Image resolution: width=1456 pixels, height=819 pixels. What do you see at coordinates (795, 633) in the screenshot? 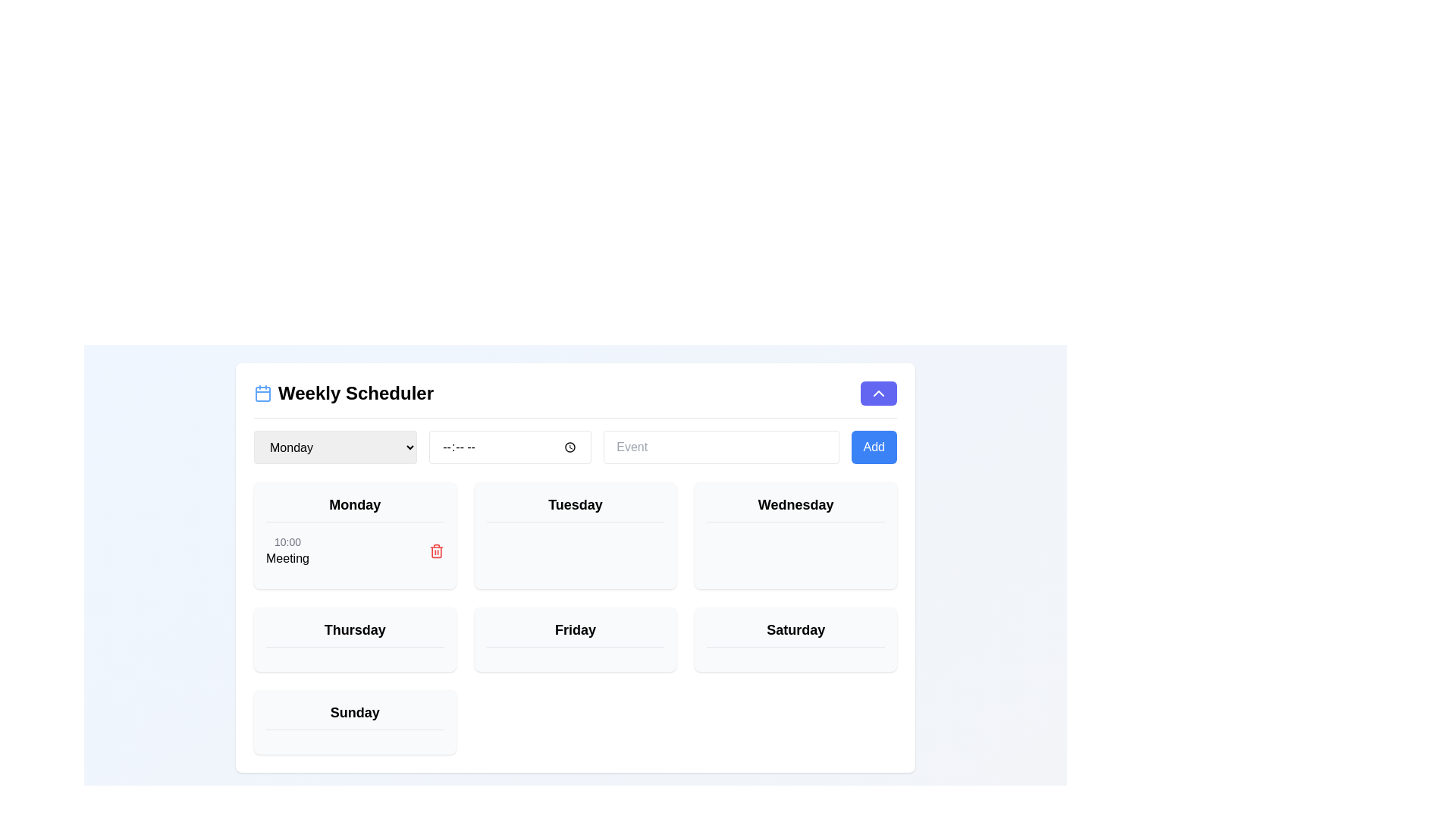
I see `the 'Saturday' header in the scheduling interface` at bounding box center [795, 633].